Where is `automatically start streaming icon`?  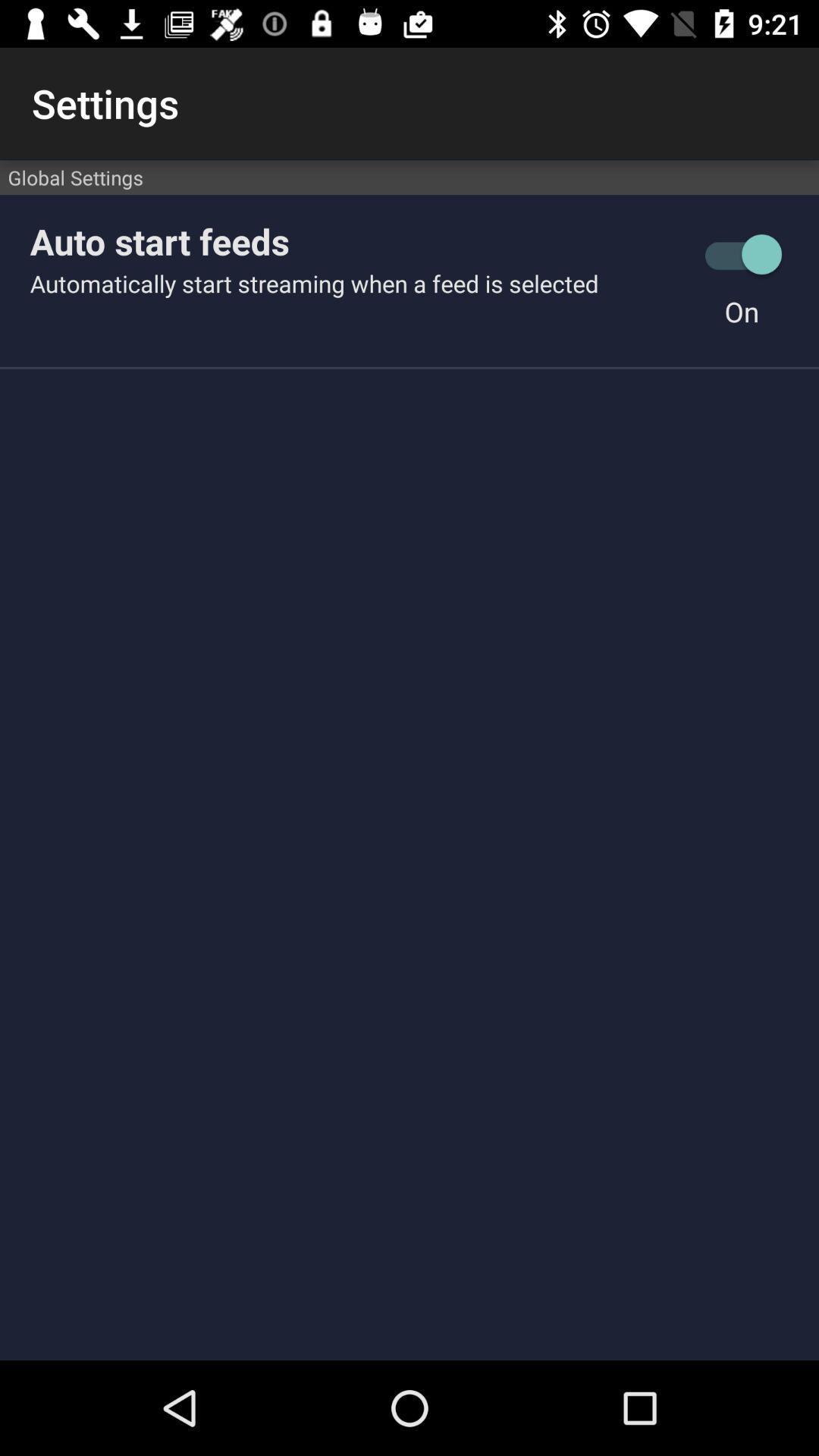
automatically start streaming icon is located at coordinates (357, 283).